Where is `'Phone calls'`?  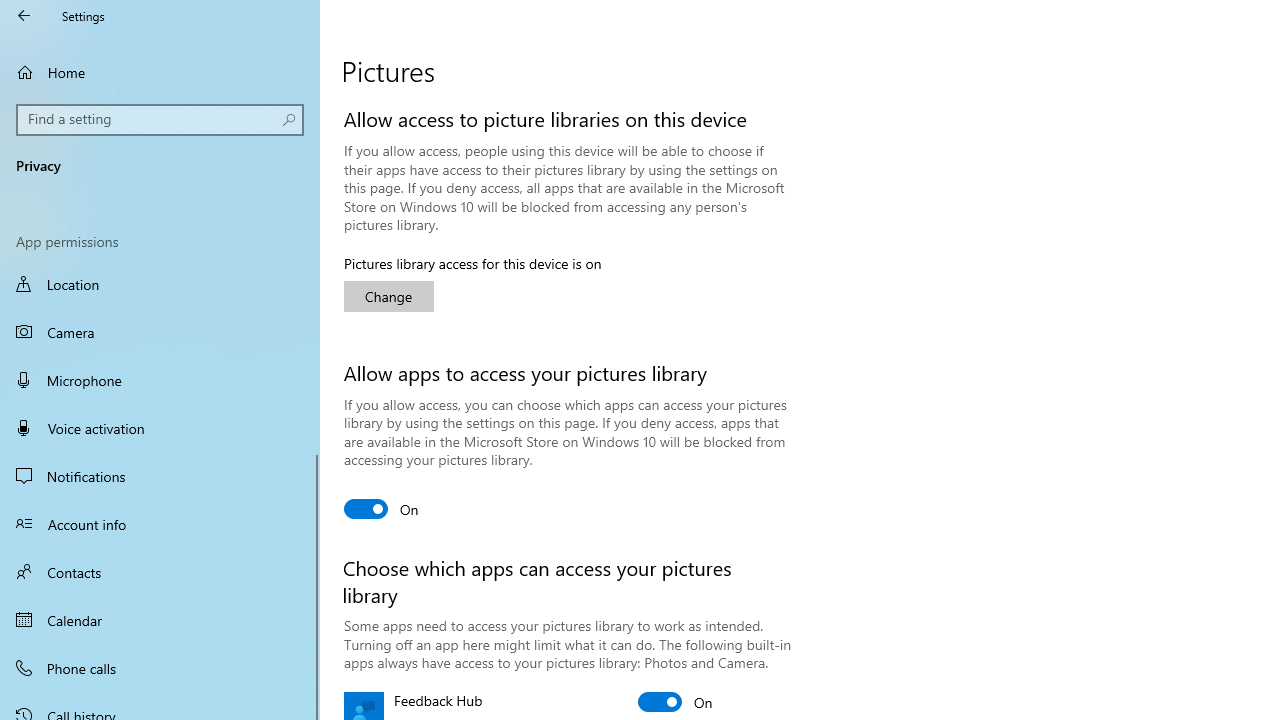
'Phone calls' is located at coordinates (160, 667).